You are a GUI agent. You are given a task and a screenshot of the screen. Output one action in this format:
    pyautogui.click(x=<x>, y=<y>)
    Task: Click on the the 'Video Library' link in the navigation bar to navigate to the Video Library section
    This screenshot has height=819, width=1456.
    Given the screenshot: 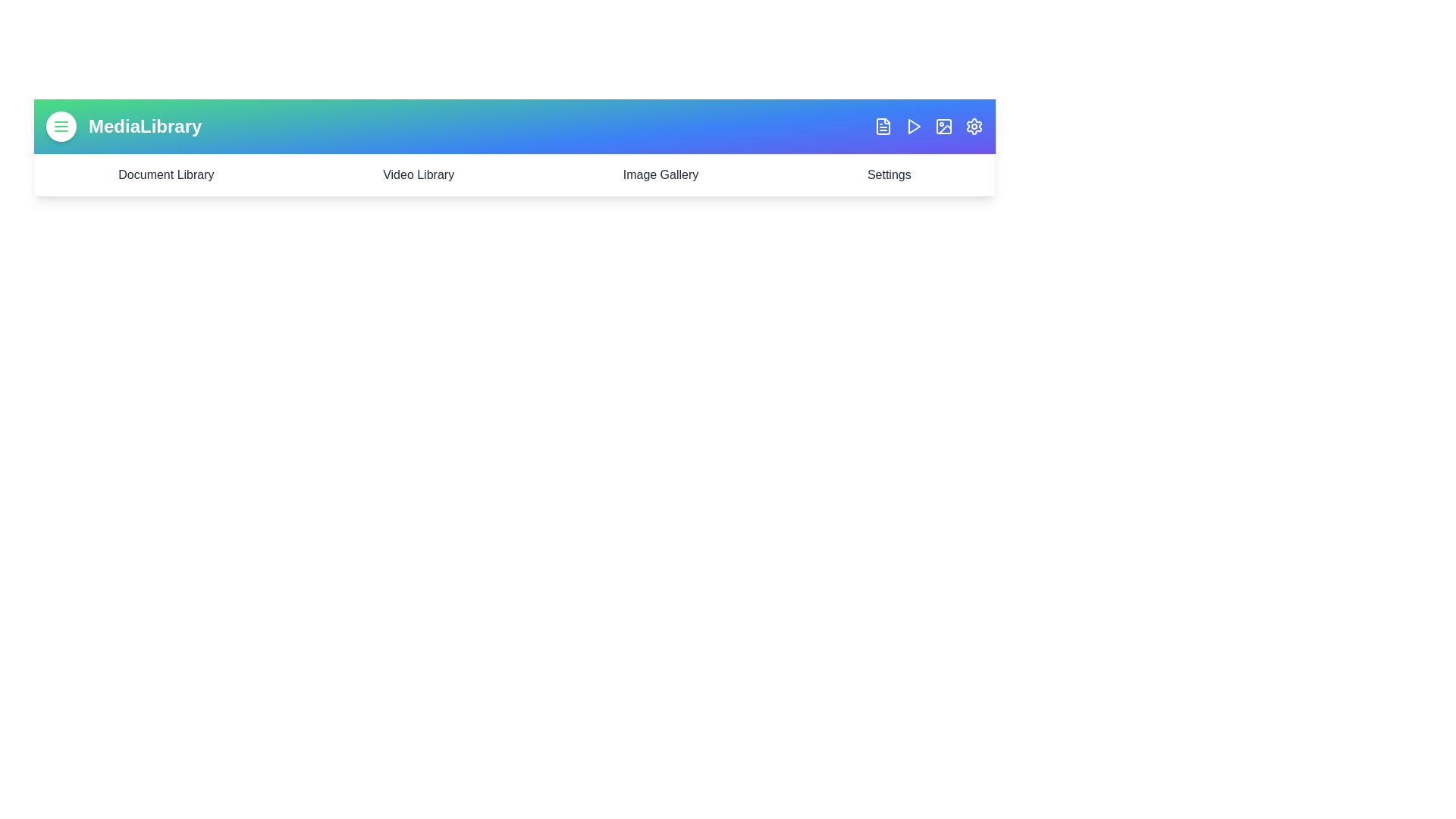 What is the action you would take?
    pyautogui.click(x=419, y=174)
    